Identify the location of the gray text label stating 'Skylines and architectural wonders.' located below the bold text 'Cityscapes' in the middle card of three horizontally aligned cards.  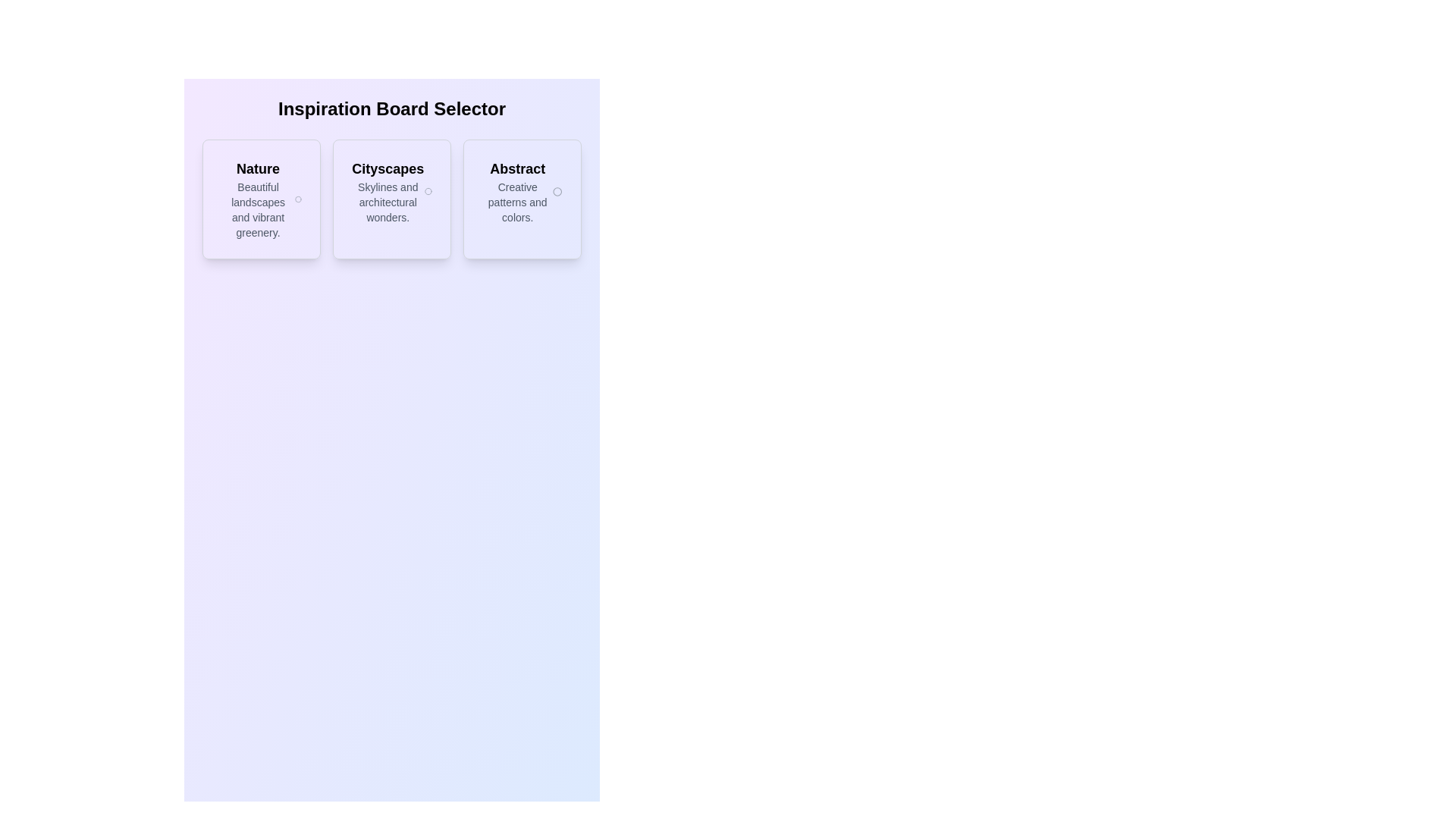
(388, 201).